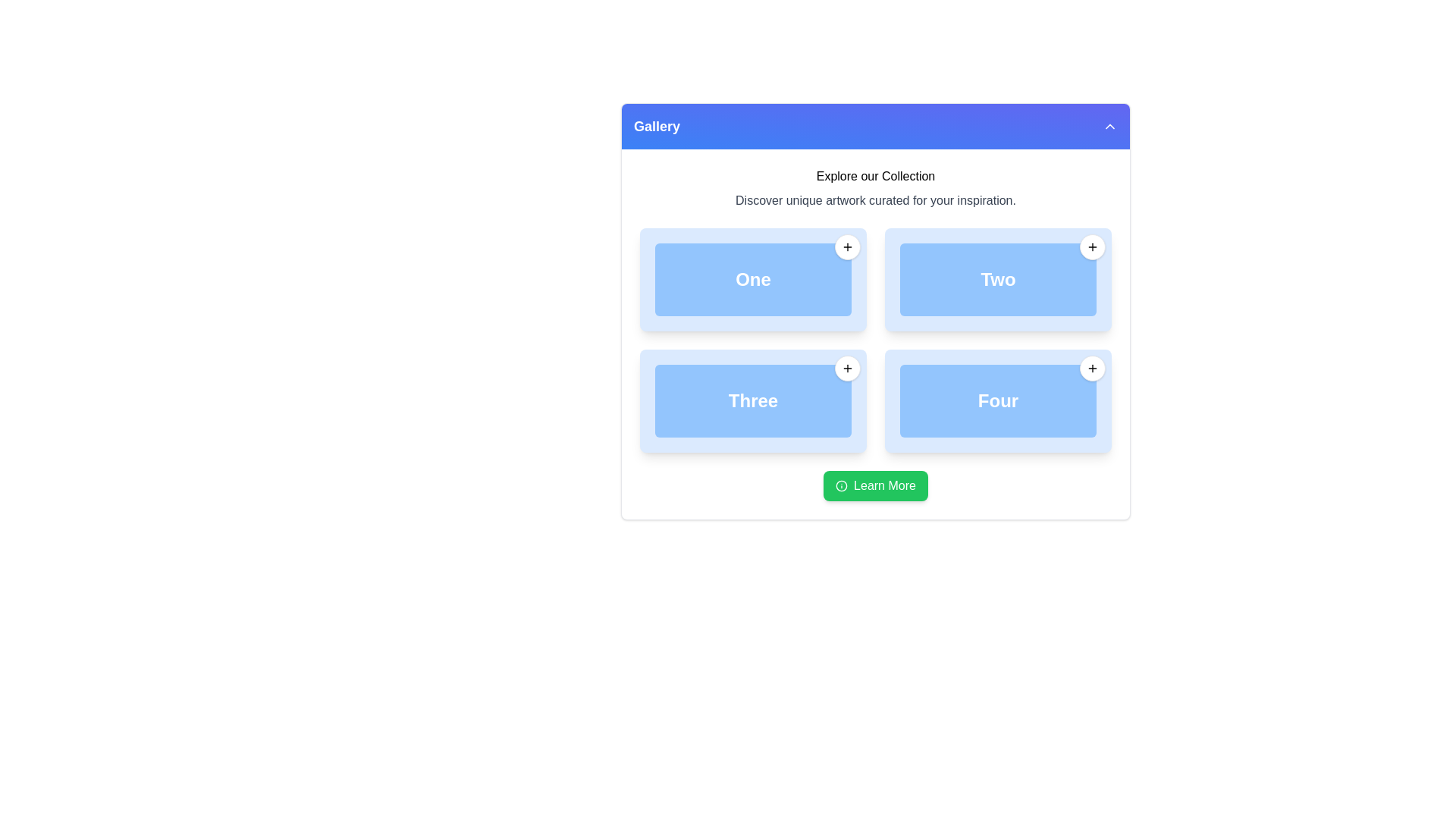 Image resolution: width=1456 pixels, height=819 pixels. I want to click on the card in the bottom-left position of a 2x2 grid layout, which is related to 'Three', so click(753, 400).